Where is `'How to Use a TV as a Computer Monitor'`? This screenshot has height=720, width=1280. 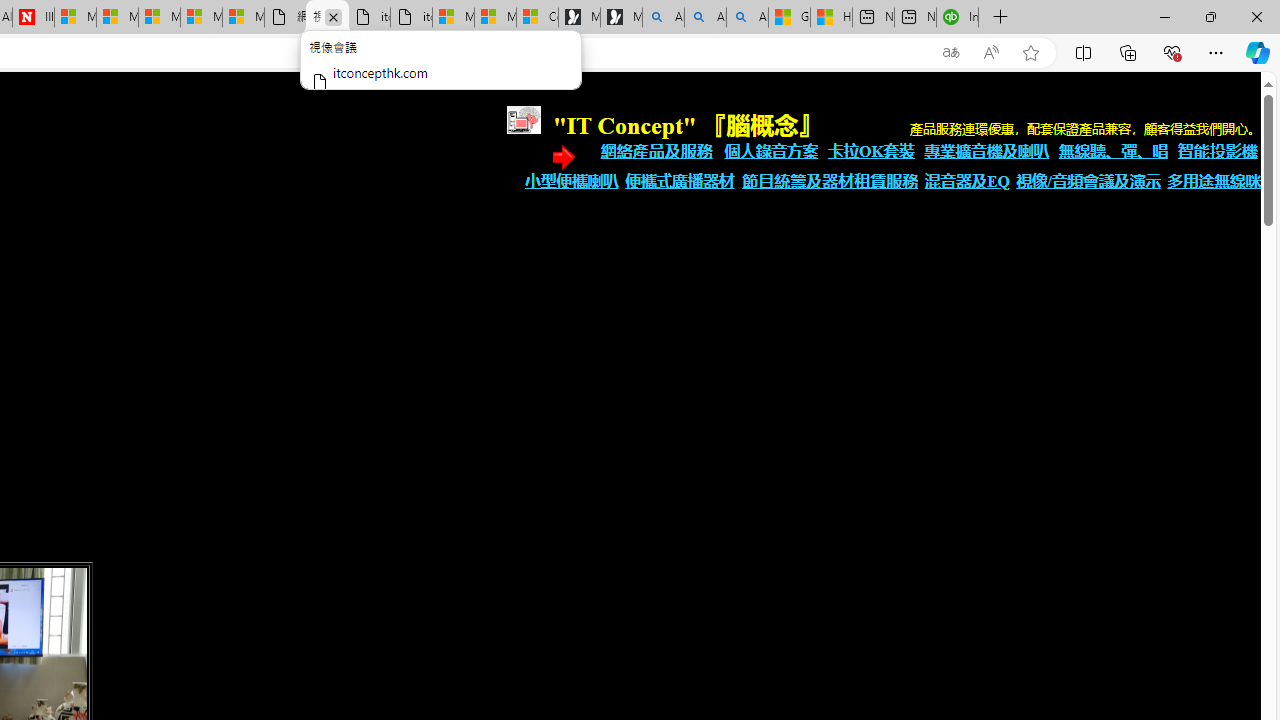
'How to Use a TV as a Computer Monitor' is located at coordinates (832, 17).